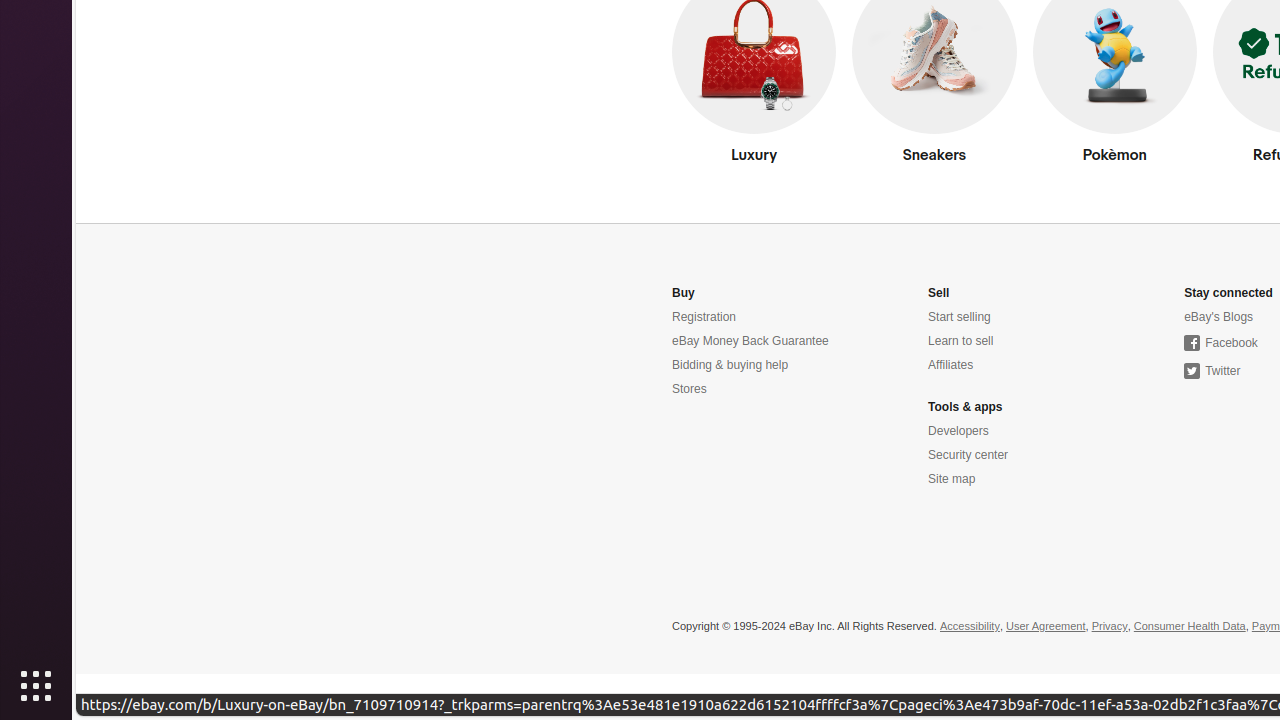 The image size is (1280, 720). What do you see at coordinates (958, 316) in the screenshot?
I see `'Start selling'` at bounding box center [958, 316].